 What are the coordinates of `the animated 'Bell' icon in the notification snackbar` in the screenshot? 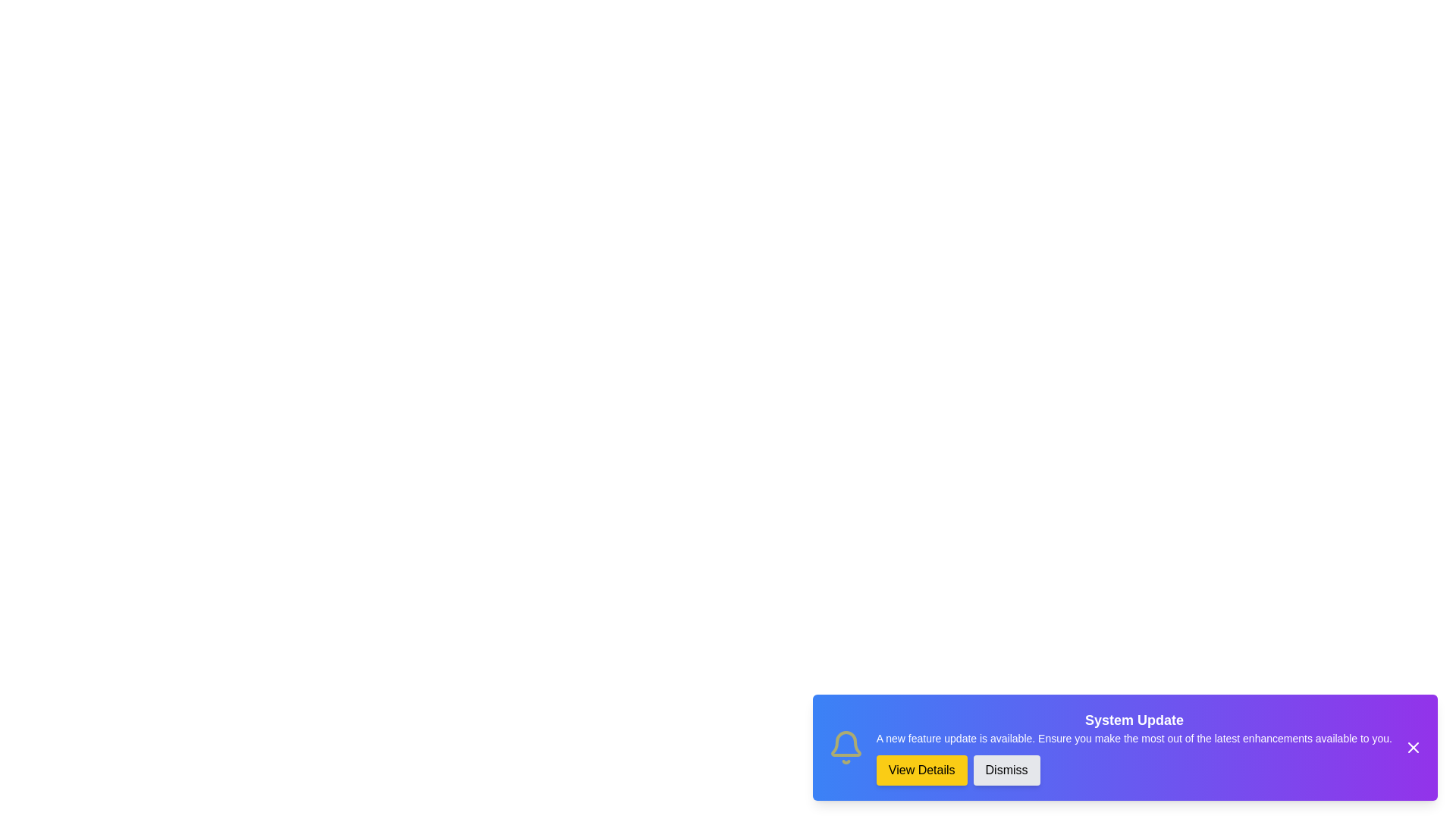 It's located at (845, 747).